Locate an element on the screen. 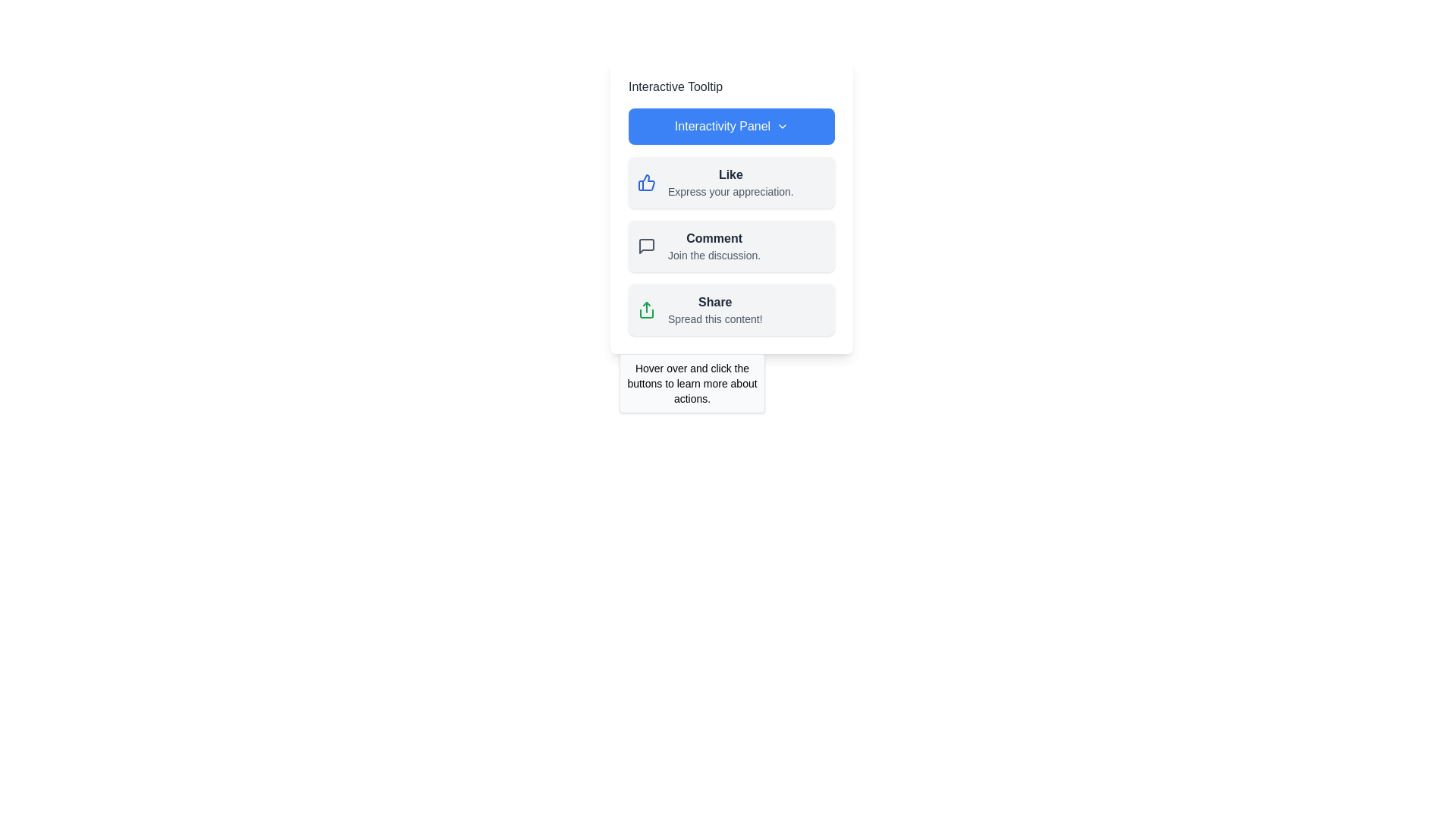  the 'Like' option in the Interactive Panel Option Group, located below the 'Interactivity Panel' button is located at coordinates (731, 245).